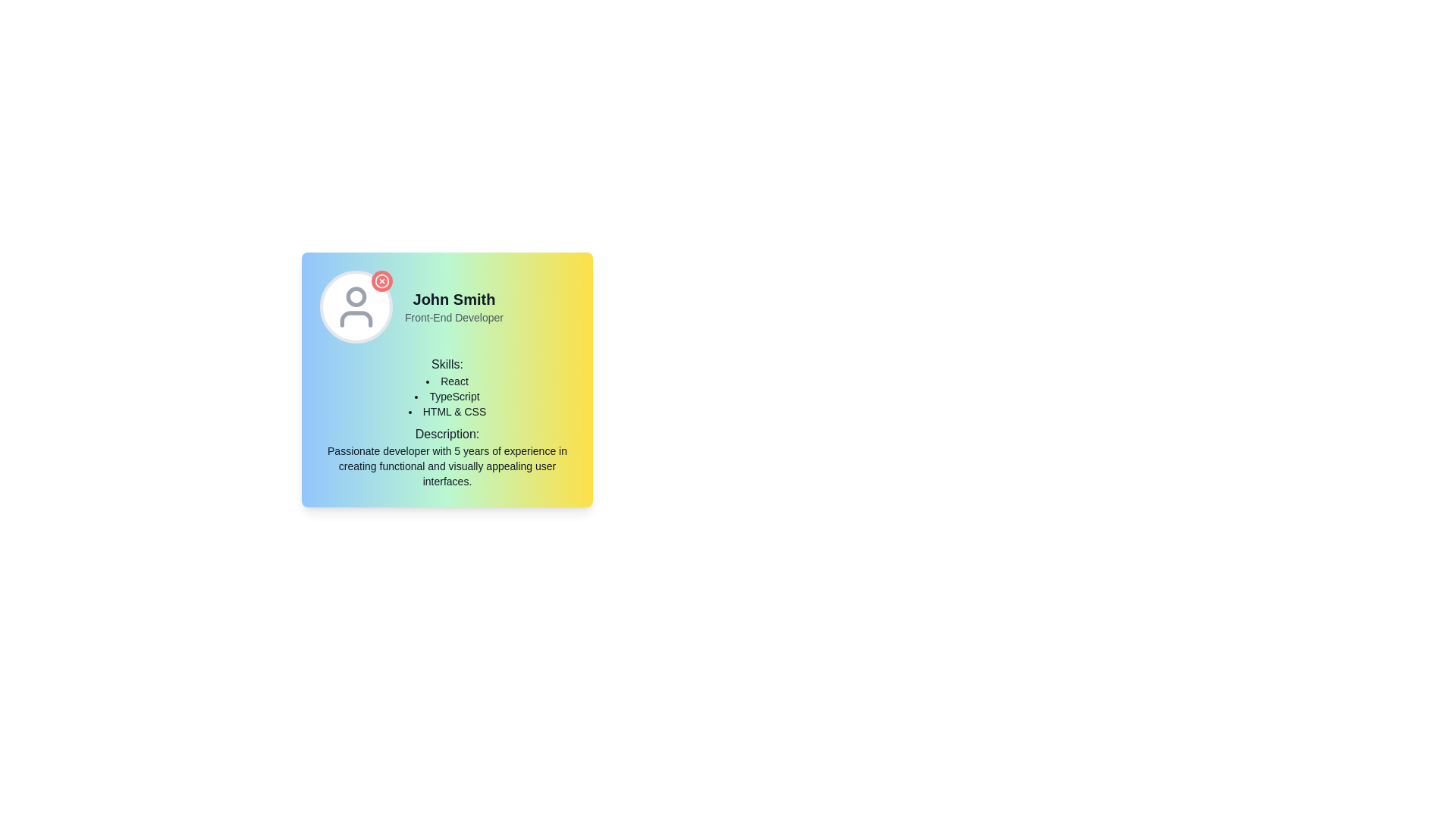 This screenshot has width=1456, height=819. What do you see at coordinates (447, 307) in the screenshot?
I see `the text display component that serves as a header for displaying a person's name and job title, located at the top-left section of the rounded rectangle` at bounding box center [447, 307].